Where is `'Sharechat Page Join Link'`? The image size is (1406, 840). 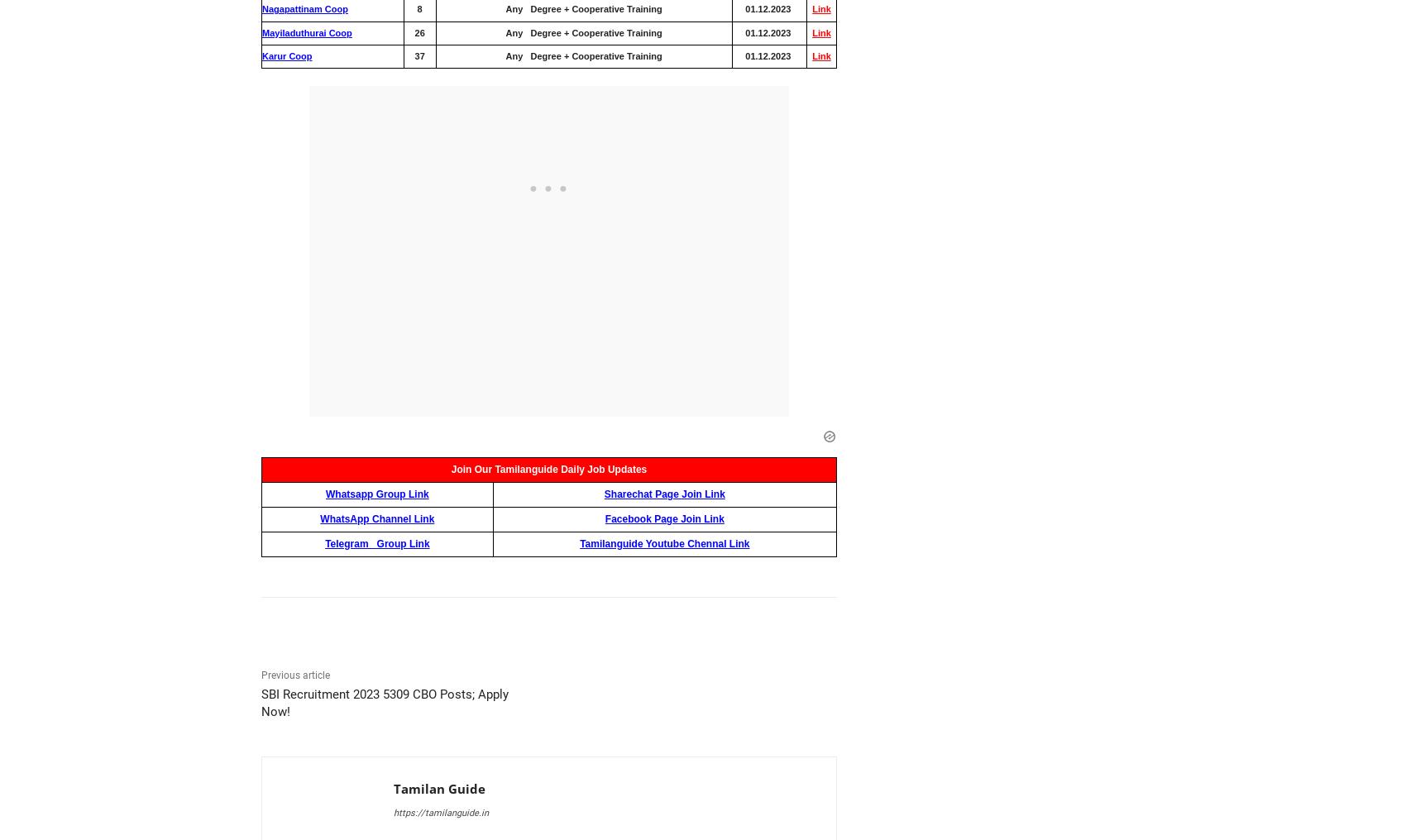 'Sharechat Page Join Link' is located at coordinates (663, 494).